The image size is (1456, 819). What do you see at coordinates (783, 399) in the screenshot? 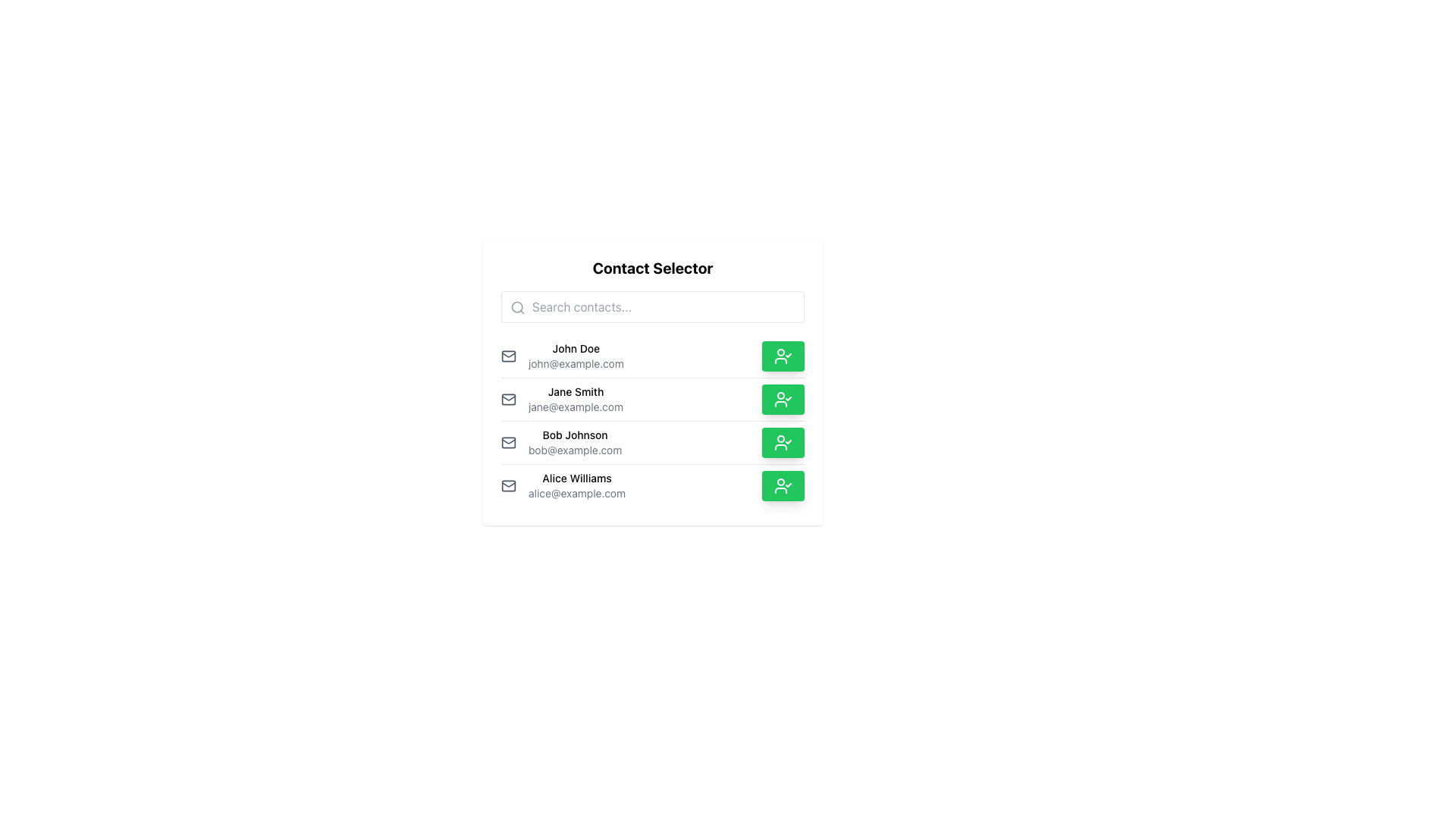
I see `the SVG icon within the green rectangular button adjacent to the contact 'Jane Smith'` at bounding box center [783, 399].